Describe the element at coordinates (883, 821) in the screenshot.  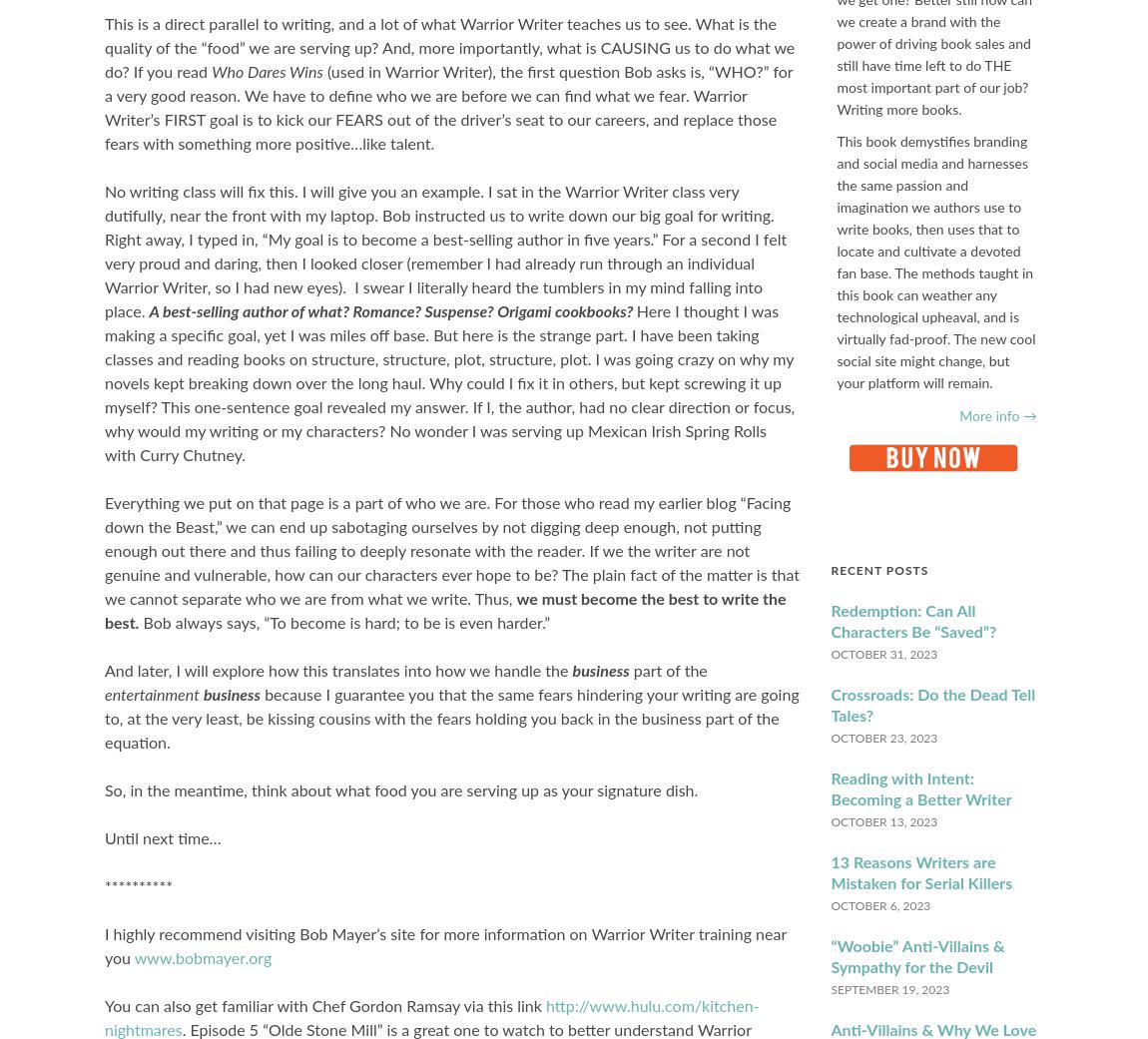
I see `'October 13, 2023'` at that location.